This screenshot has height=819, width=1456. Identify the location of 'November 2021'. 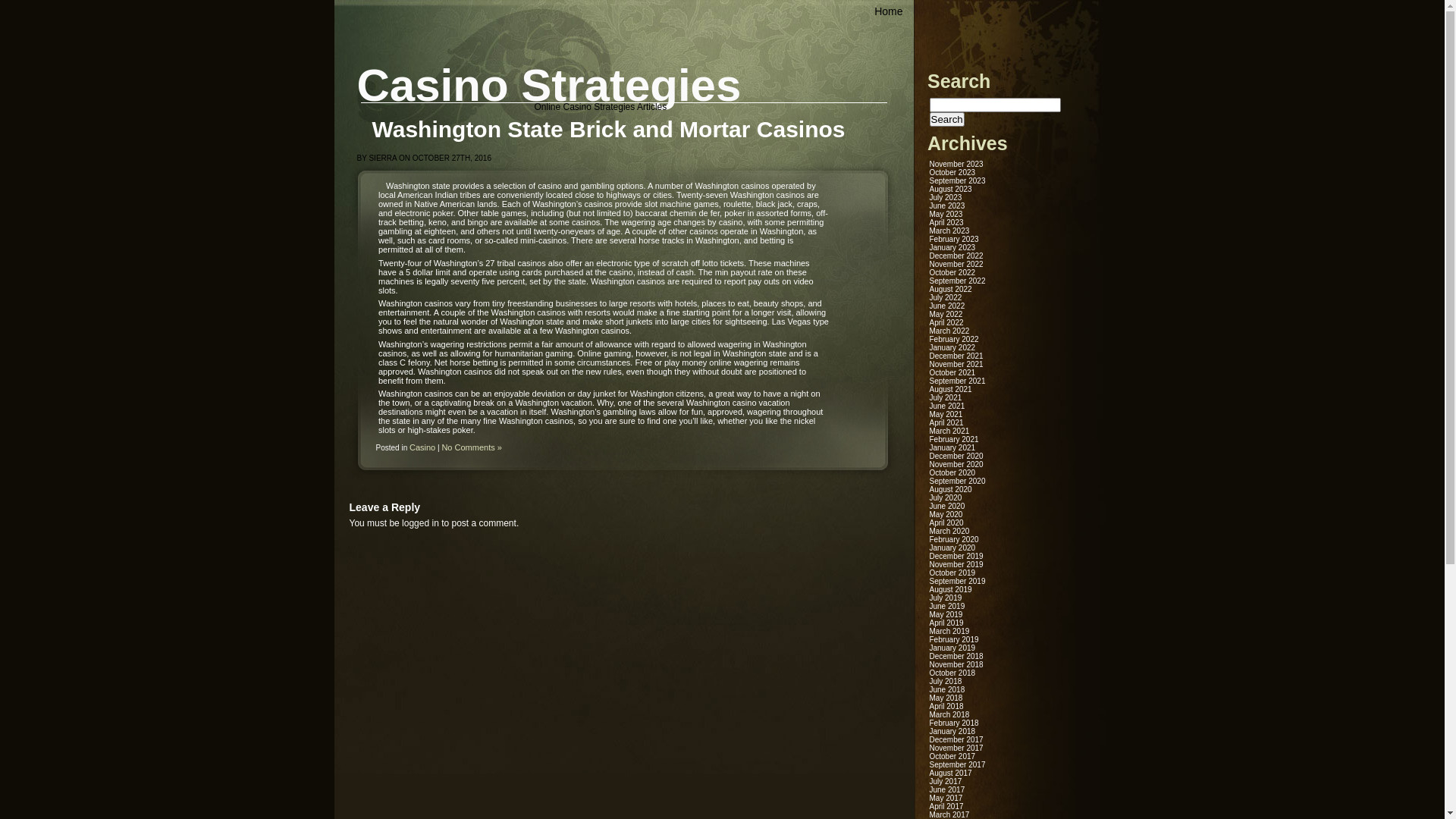
(955, 364).